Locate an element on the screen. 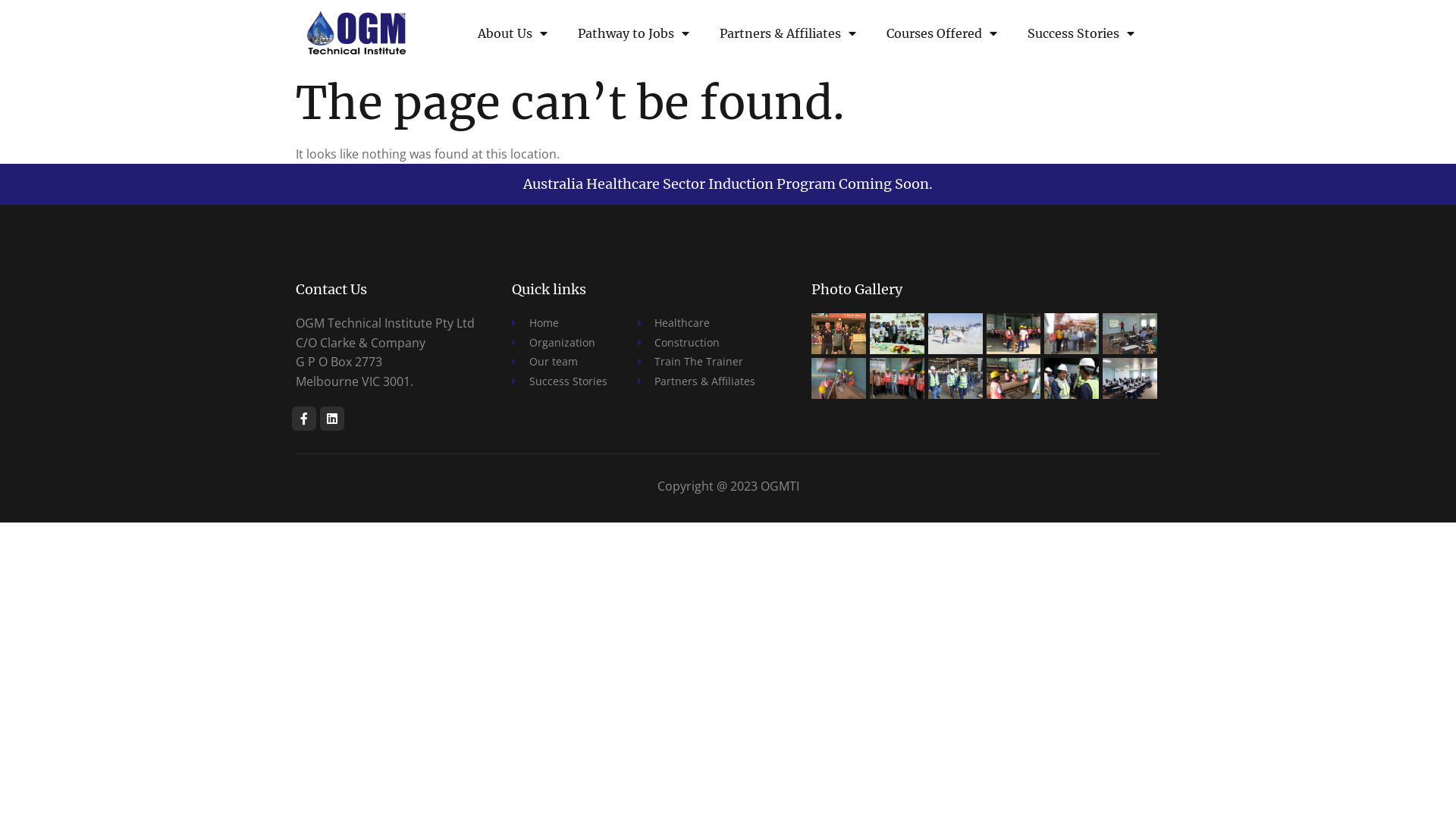 This screenshot has height=819, width=1456. 'Healthcare' is located at coordinates (695, 322).